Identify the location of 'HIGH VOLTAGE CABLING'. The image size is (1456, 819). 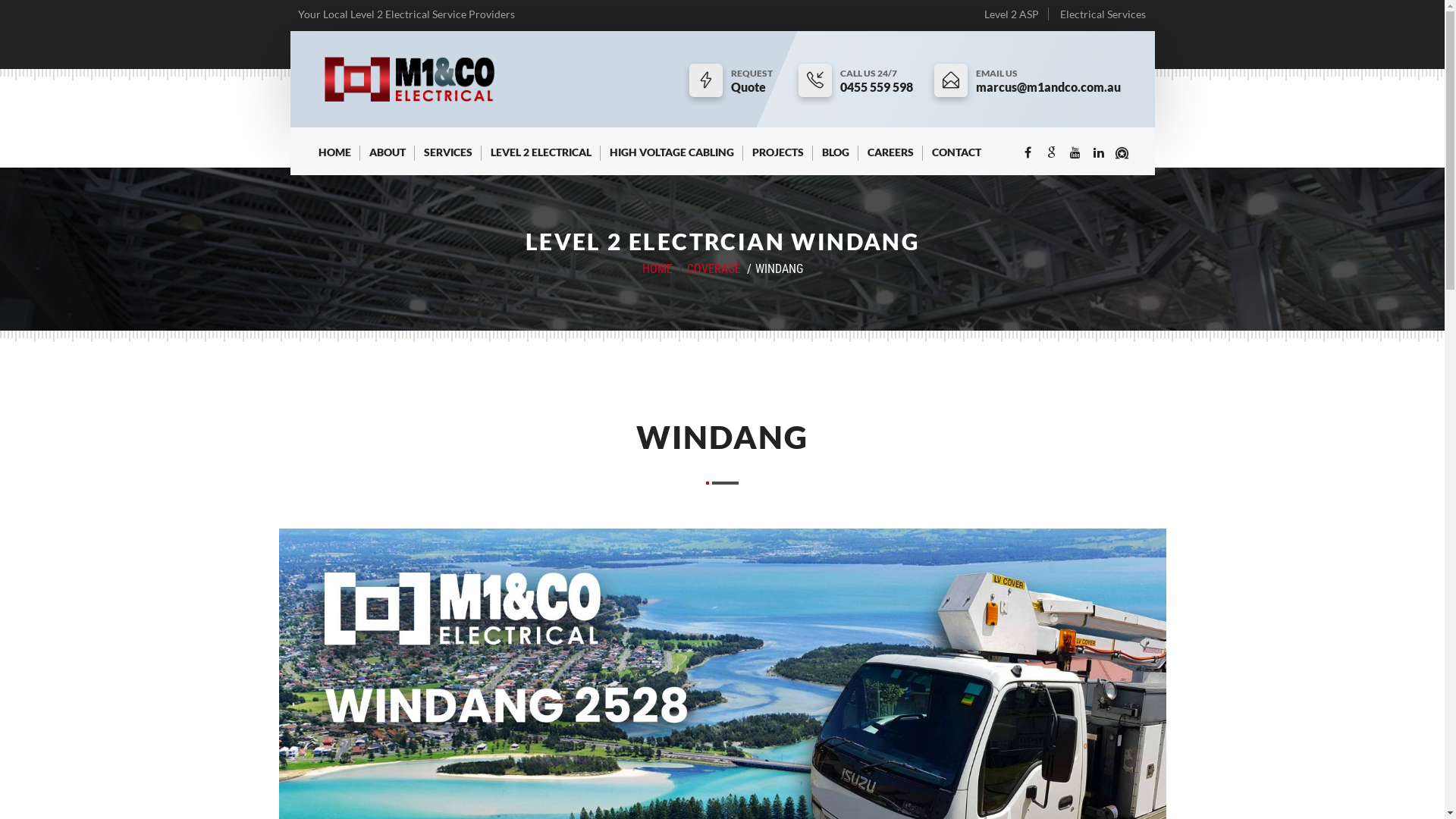
(671, 158).